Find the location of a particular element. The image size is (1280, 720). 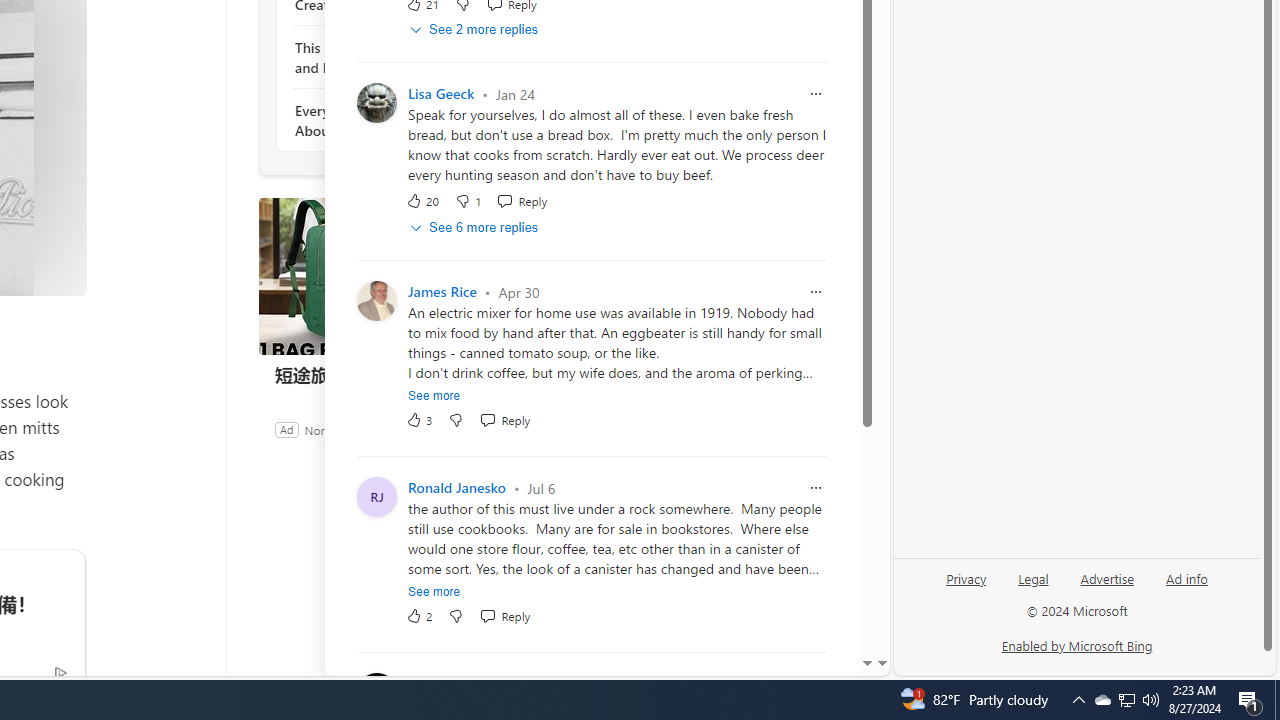

'James Rice' is located at coordinates (441, 292).